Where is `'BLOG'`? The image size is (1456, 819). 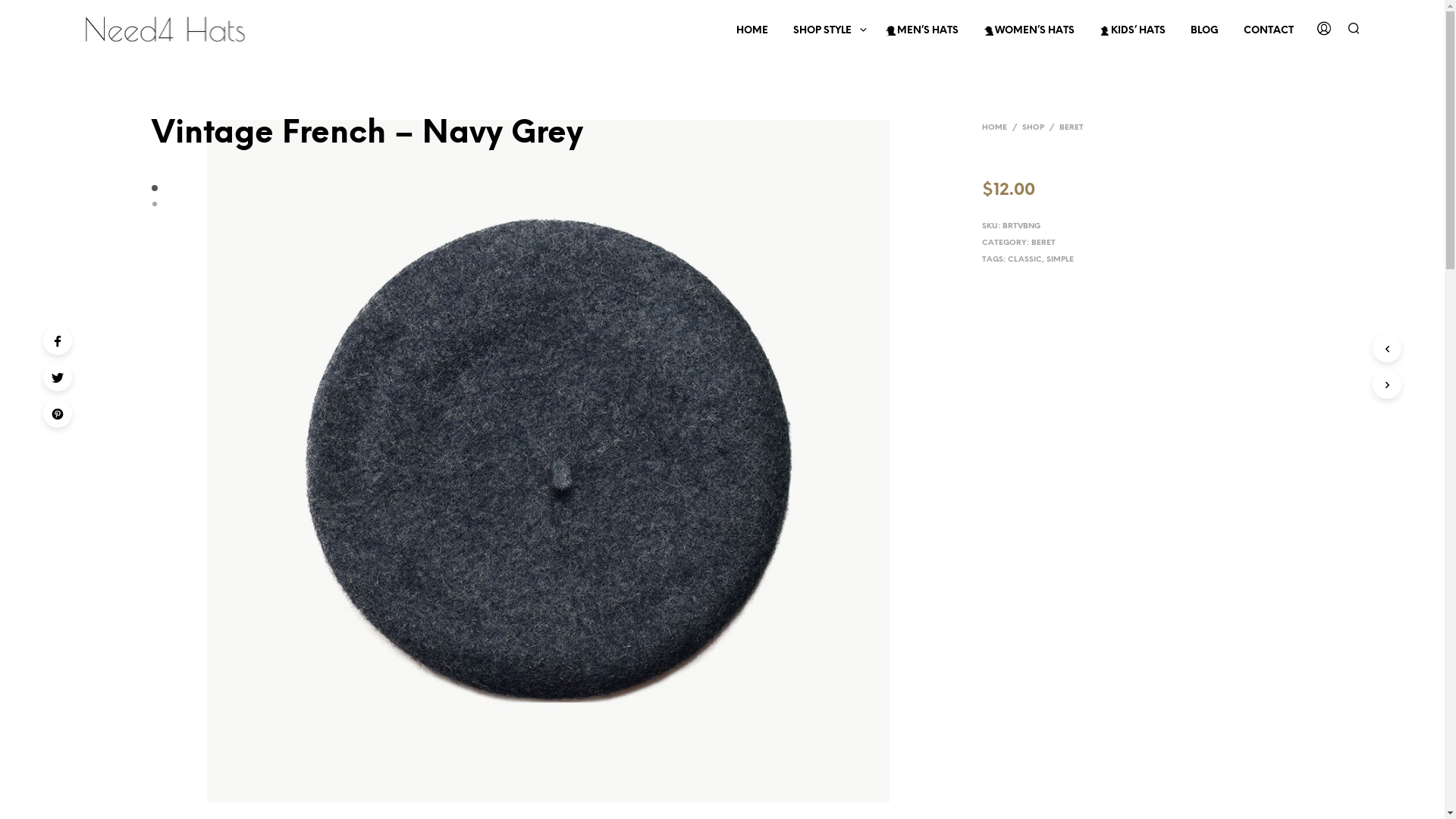 'BLOG' is located at coordinates (1203, 31).